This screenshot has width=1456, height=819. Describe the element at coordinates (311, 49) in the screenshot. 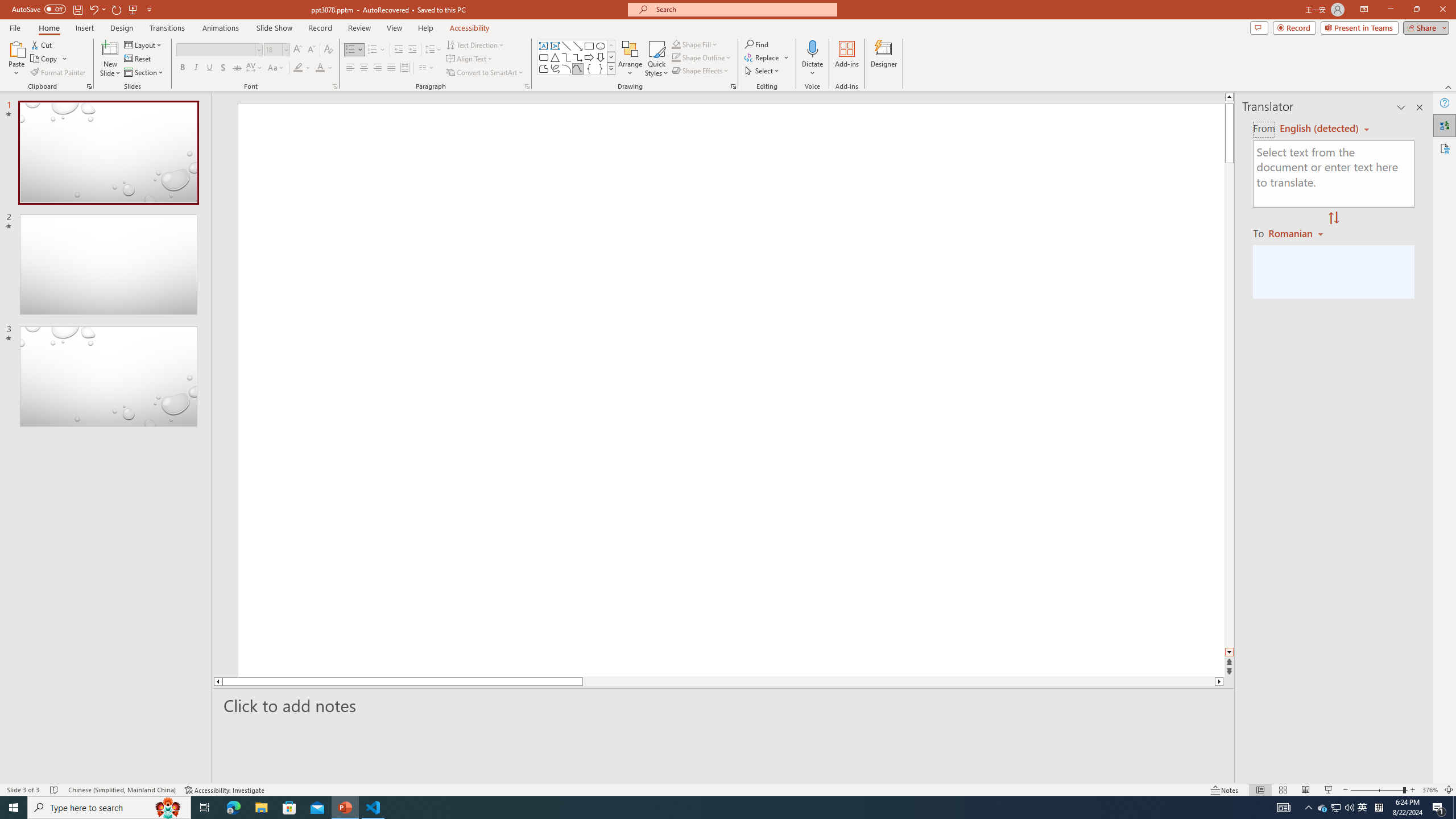

I see `'Decrease Font Size'` at that location.